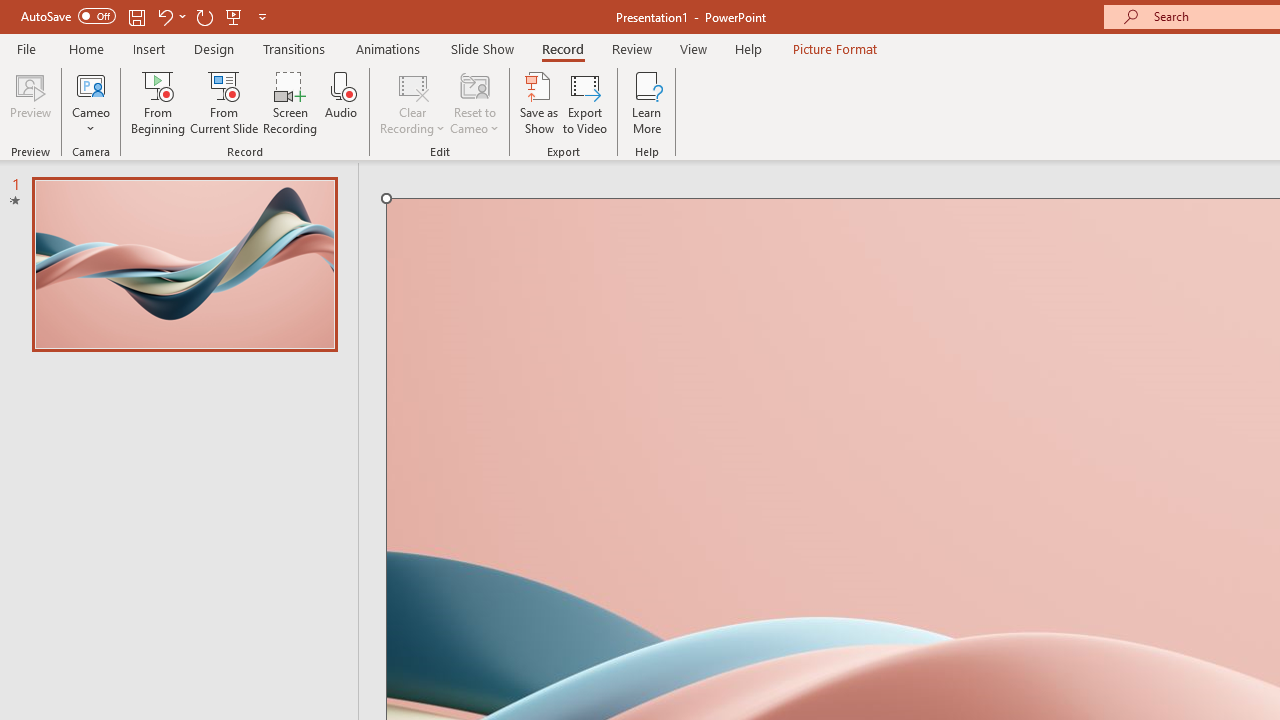  What do you see at coordinates (184, 263) in the screenshot?
I see `'Slide'` at bounding box center [184, 263].